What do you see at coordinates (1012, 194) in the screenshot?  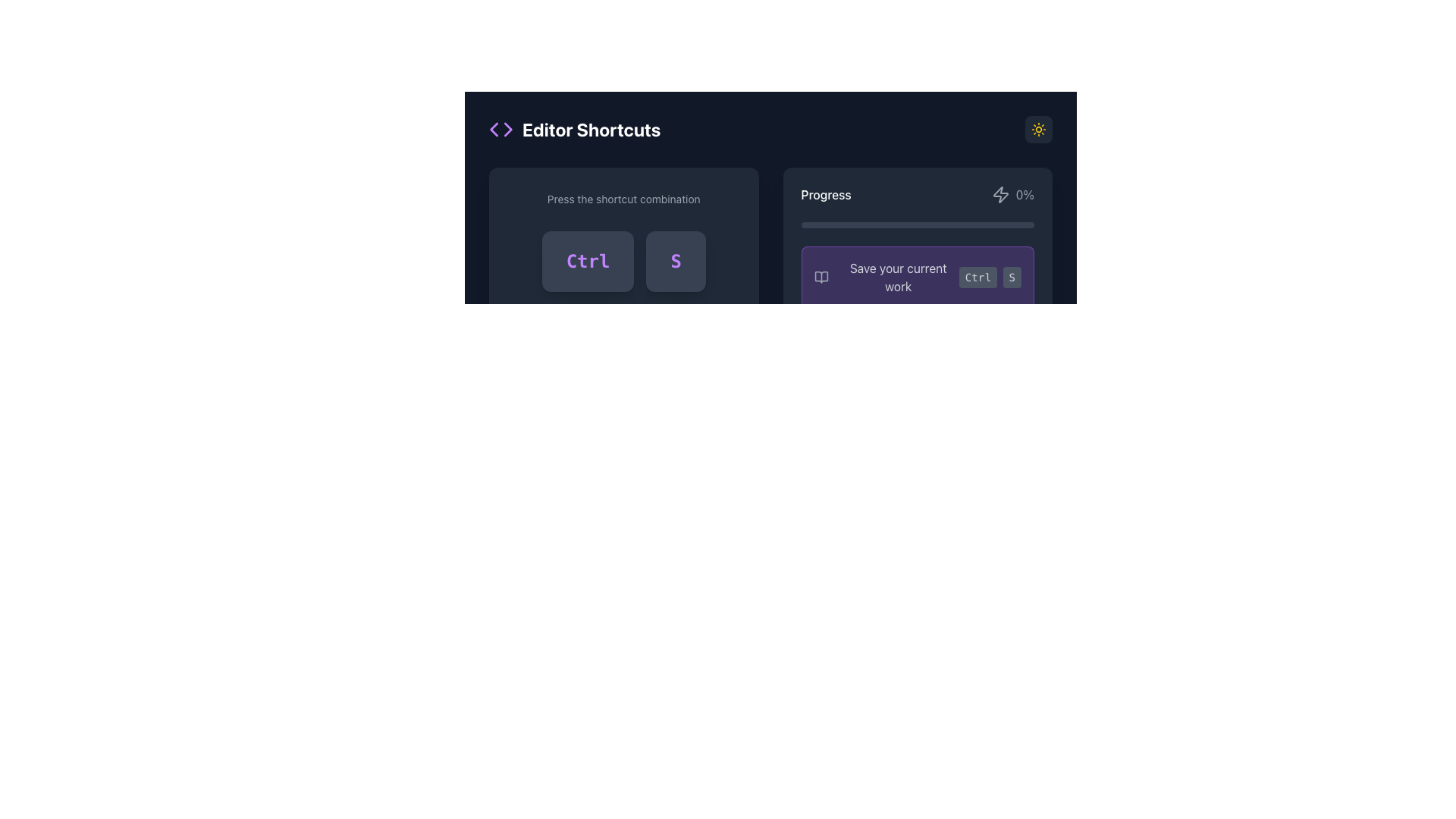 I see `percentage value displayed next to the lightning bolt icon, which shows '0%' in gray color at the top right corner of the 'Progress' section` at bounding box center [1012, 194].